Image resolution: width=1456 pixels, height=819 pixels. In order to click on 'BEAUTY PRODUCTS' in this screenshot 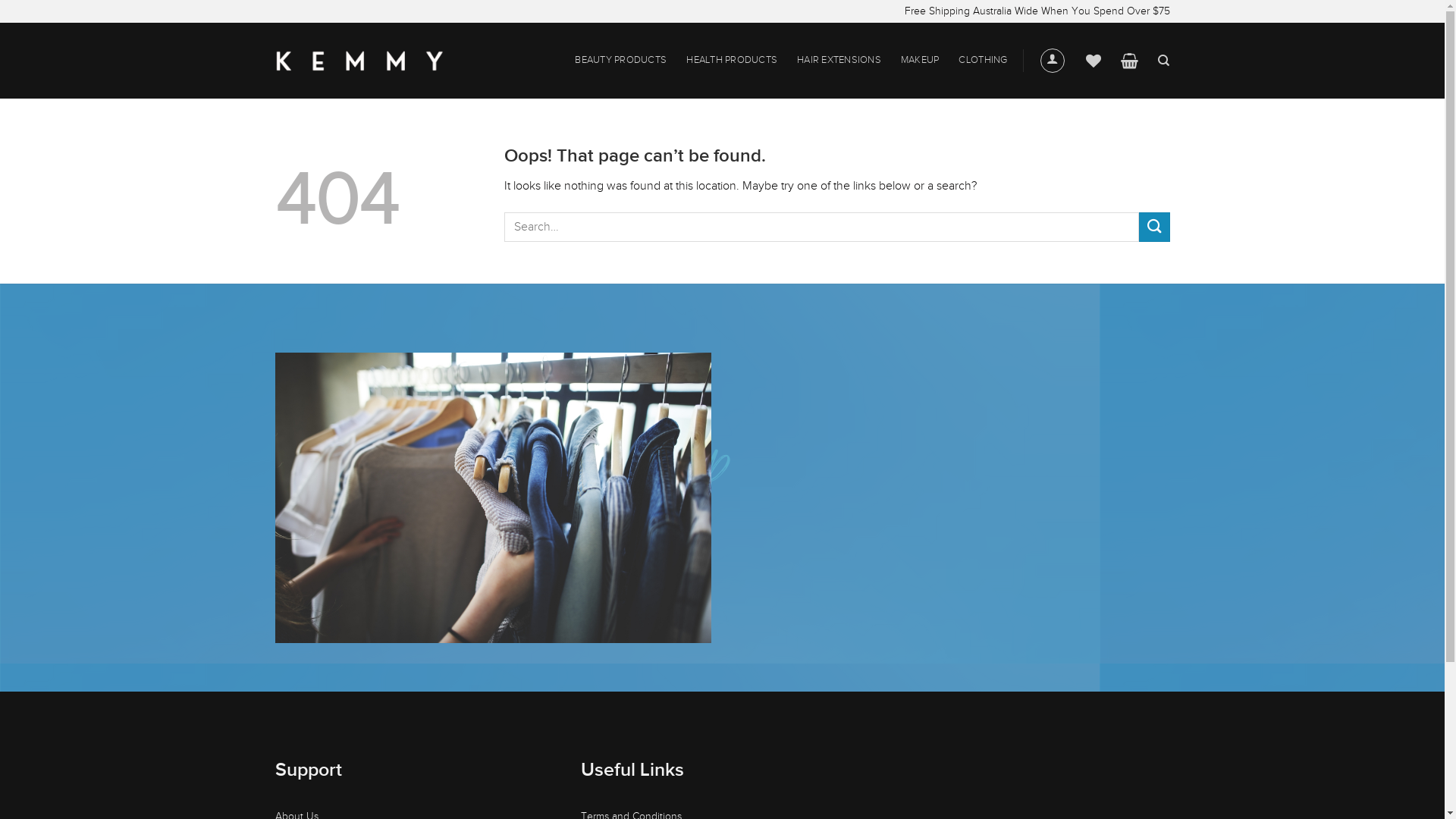, I will do `click(620, 60)`.